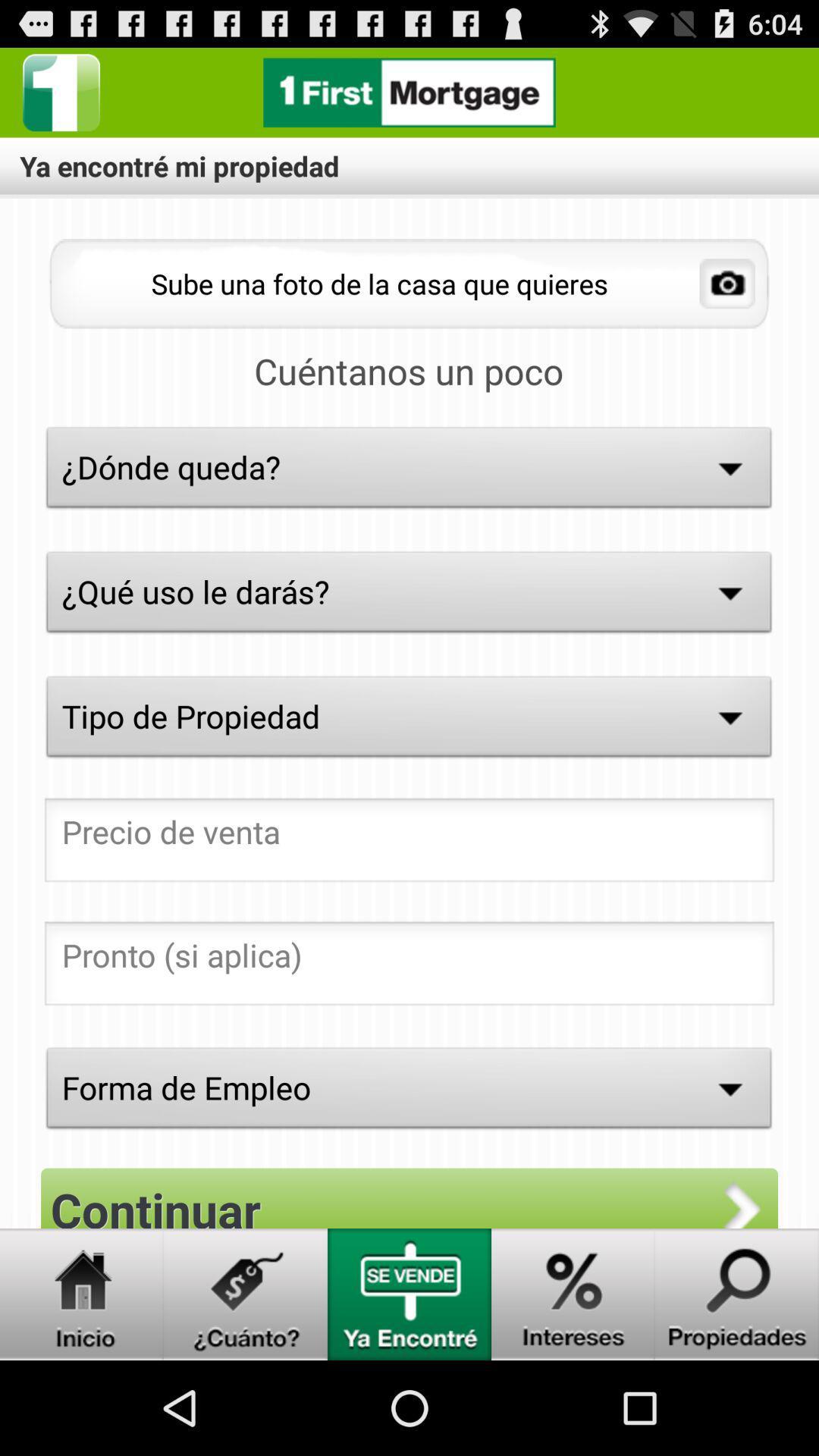  What do you see at coordinates (573, 1385) in the screenshot?
I see `the flight icon` at bounding box center [573, 1385].